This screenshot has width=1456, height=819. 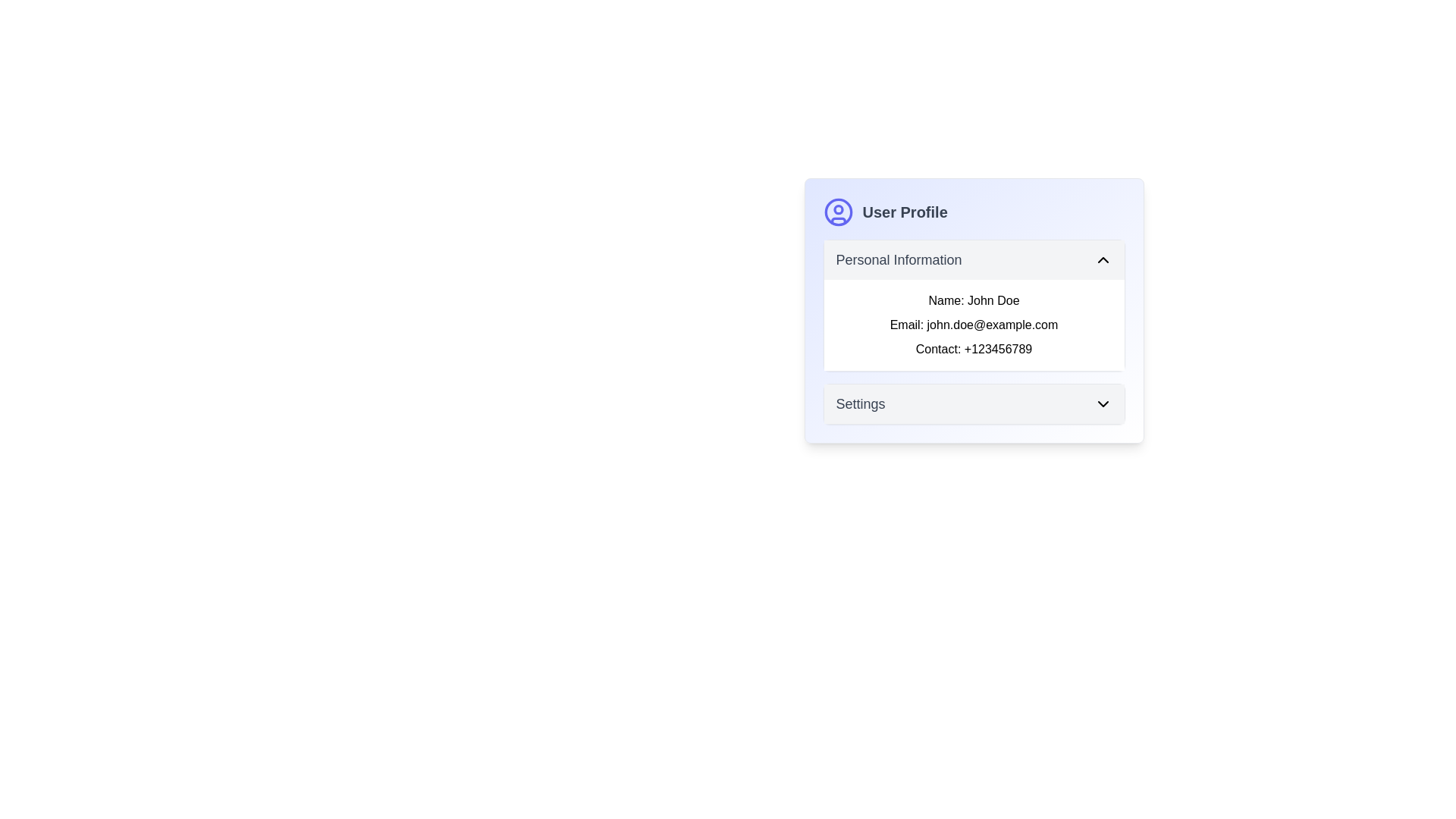 What do you see at coordinates (974, 403) in the screenshot?
I see `the 'Settings' button located at the bottom of the 'User Profile' card` at bounding box center [974, 403].